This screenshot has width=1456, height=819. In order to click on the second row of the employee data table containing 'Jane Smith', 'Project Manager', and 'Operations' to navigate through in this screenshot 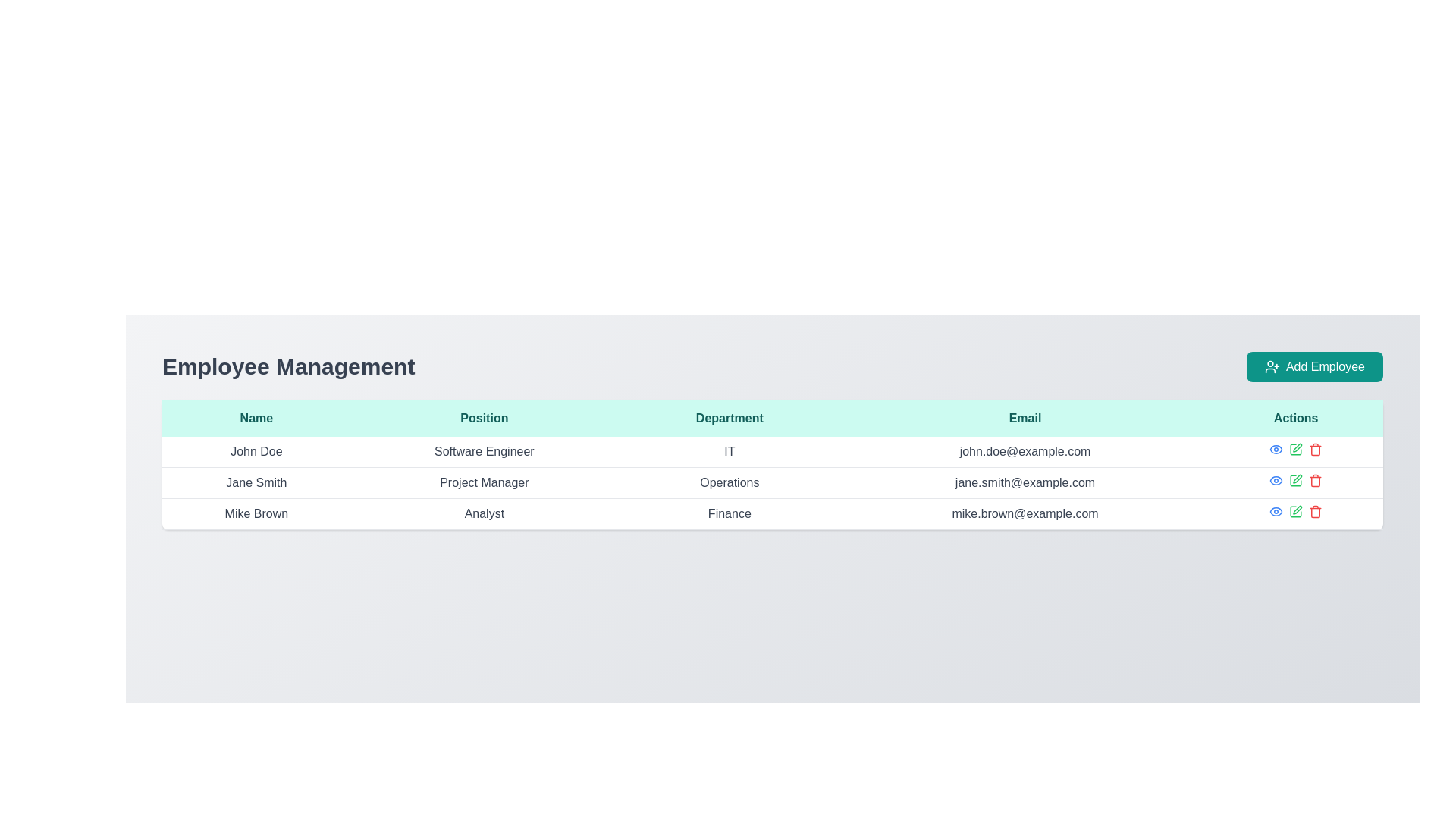, I will do `click(772, 482)`.